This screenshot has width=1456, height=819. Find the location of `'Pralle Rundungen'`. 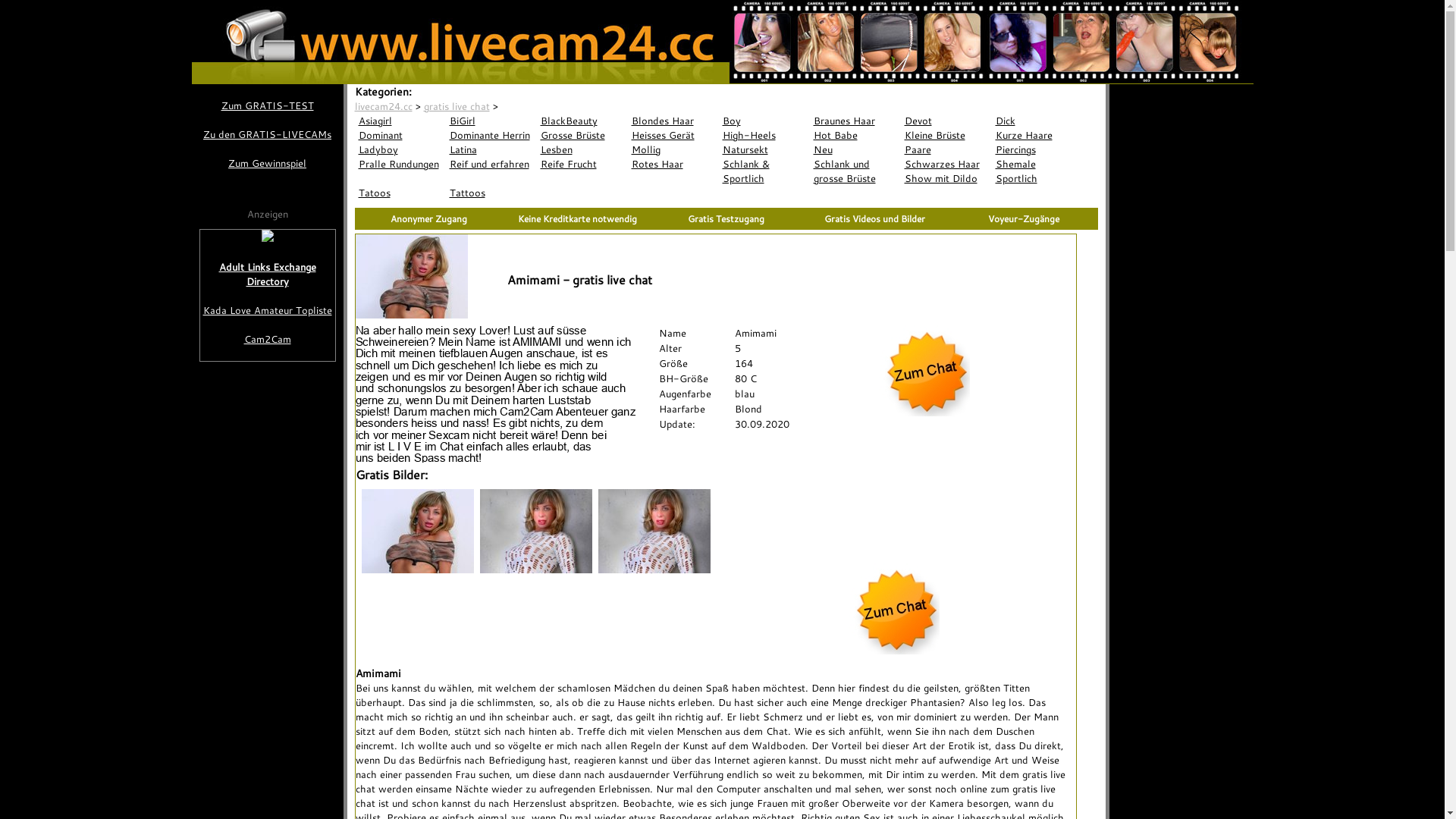

'Pralle Rundungen' is located at coordinates (400, 164).